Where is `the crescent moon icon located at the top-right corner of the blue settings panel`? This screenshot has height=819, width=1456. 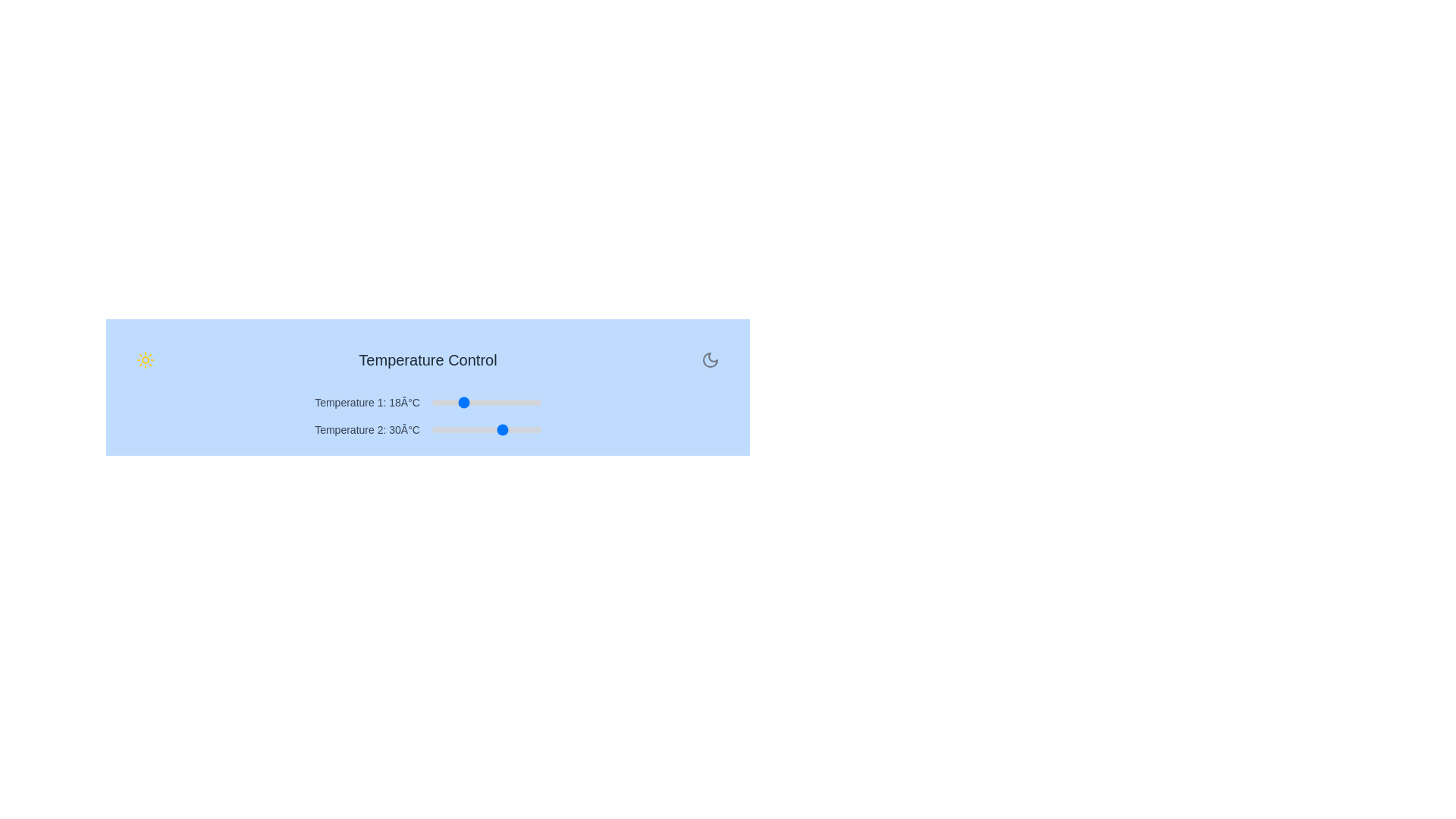
the crescent moon icon located at the top-right corner of the blue settings panel is located at coordinates (709, 359).